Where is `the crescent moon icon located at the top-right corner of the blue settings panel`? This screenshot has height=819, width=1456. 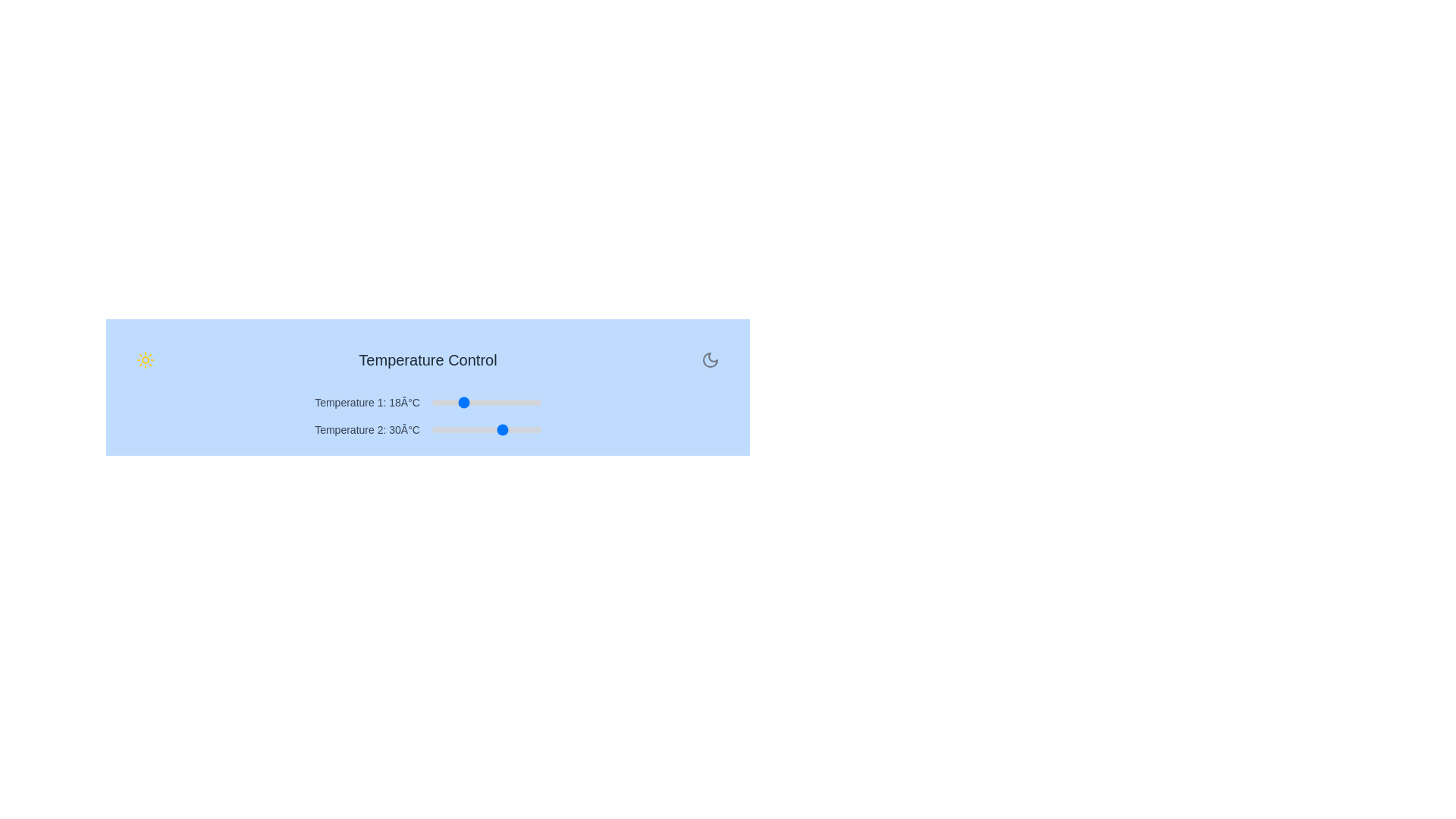
the crescent moon icon located at the top-right corner of the blue settings panel is located at coordinates (709, 359).